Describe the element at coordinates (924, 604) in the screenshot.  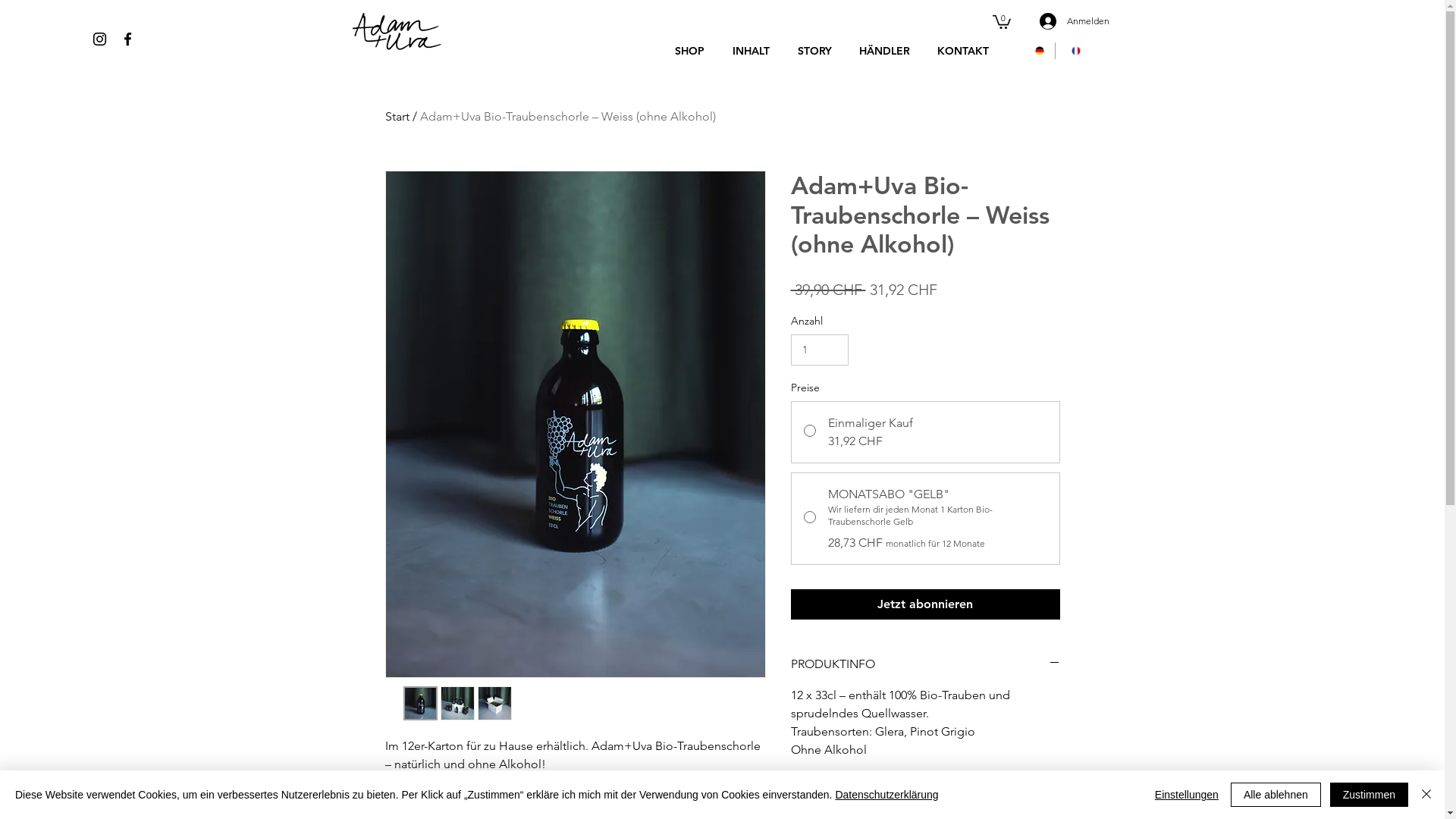
I see `'Jetzt abonnieren'` at that location.